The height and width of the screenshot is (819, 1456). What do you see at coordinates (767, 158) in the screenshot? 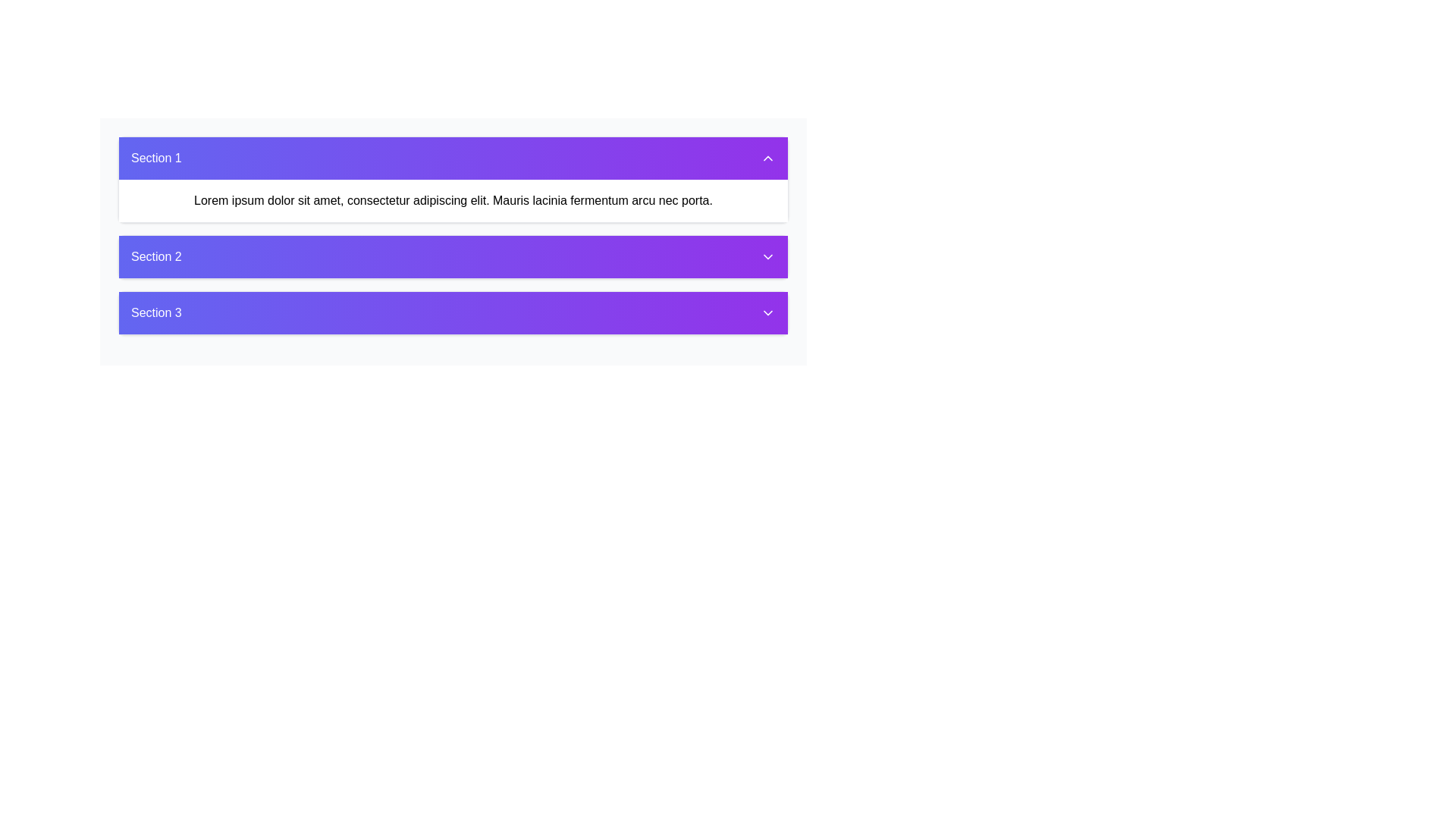
I see `the upward-facing chevron-style arrow icon in the header labeled 'Section 1'` at bounding box center [767, 158].